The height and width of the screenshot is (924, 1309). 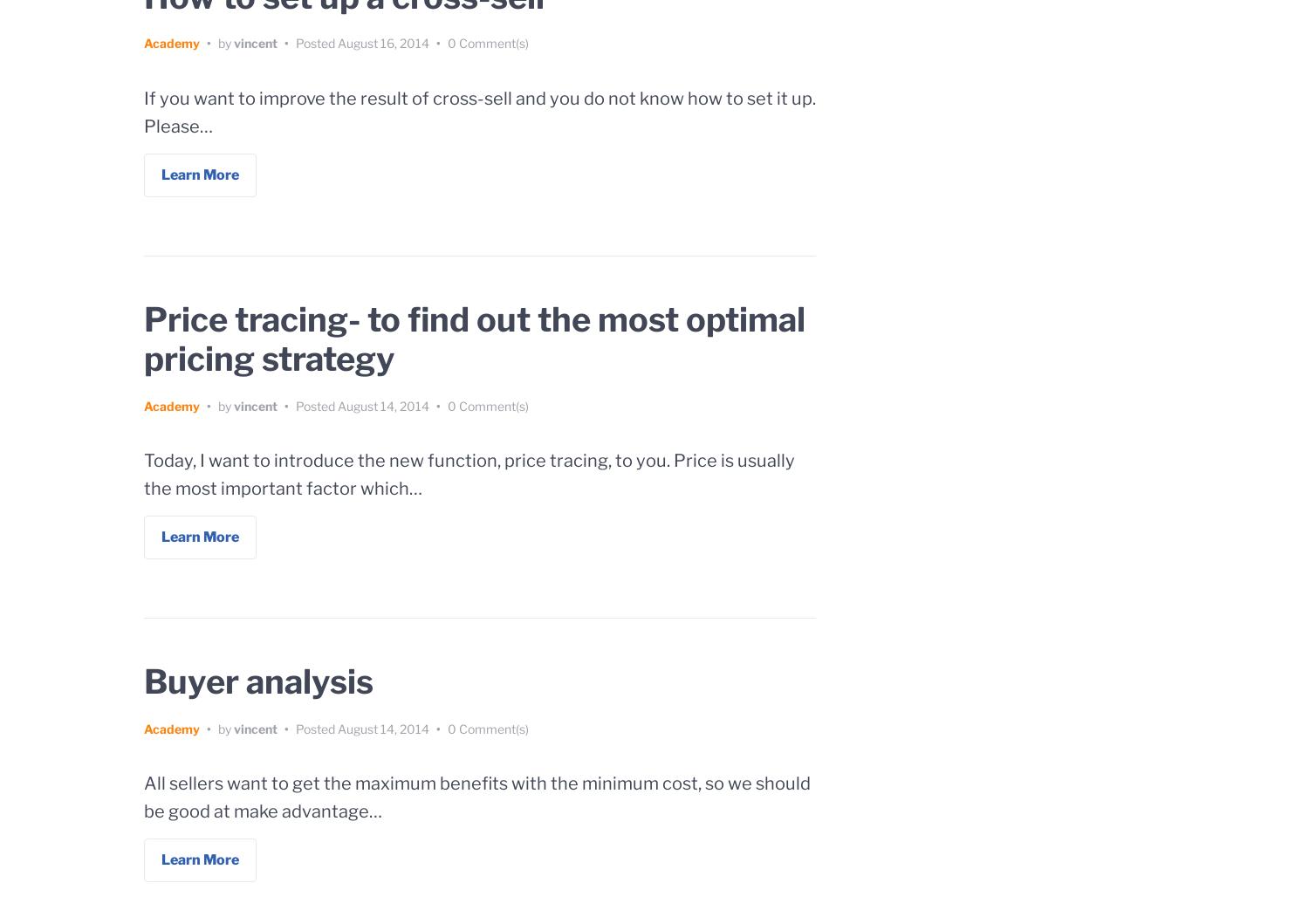 What do you see at coordinates (144, 474) in the screenshot?
I see `'Today, I want to introduce the new function, price tracing, to you. Price is usually the most important factor which…'` at bounding box center [144, 474].